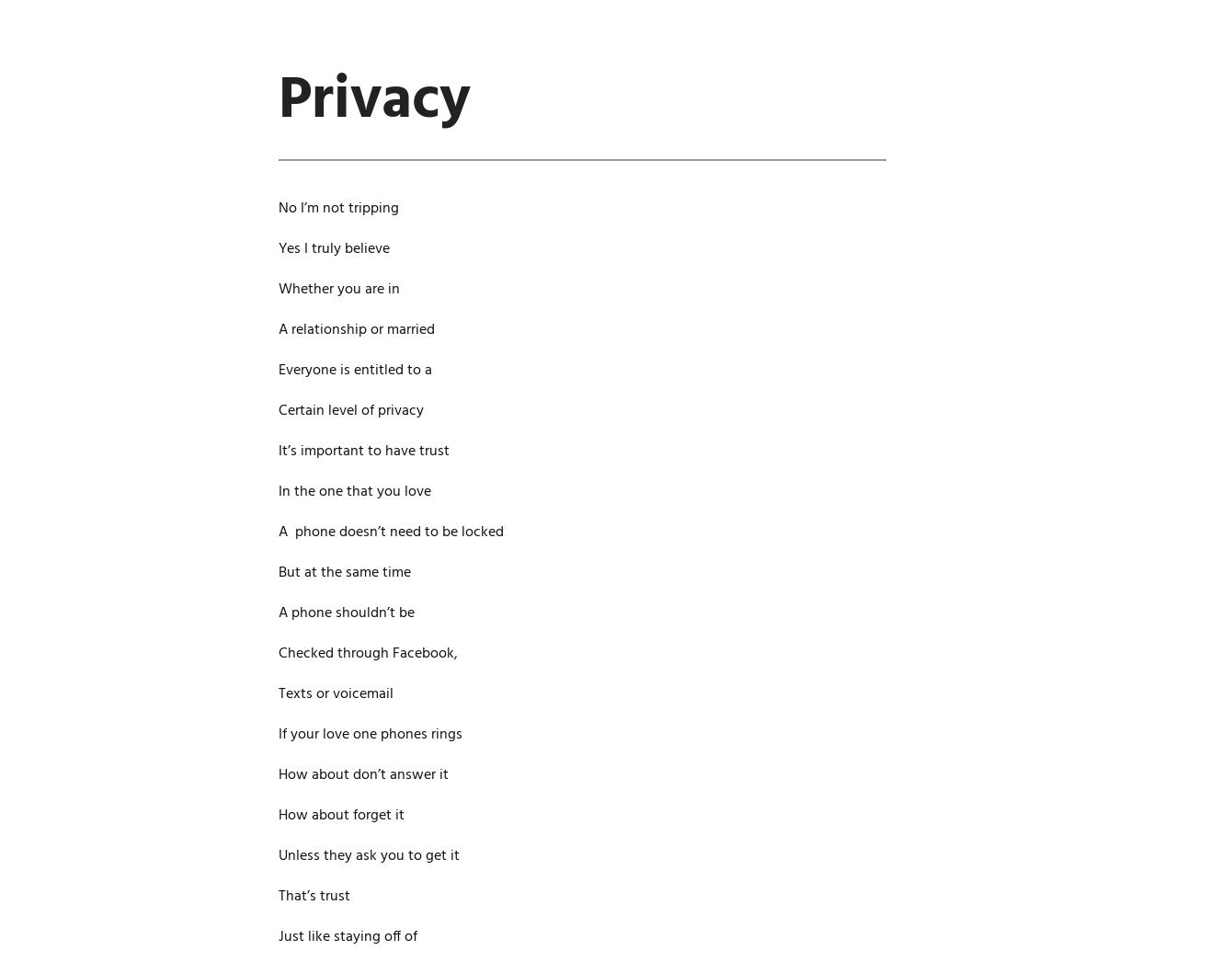  I want to click on 'It’s important to have trust', so click(363, 451).